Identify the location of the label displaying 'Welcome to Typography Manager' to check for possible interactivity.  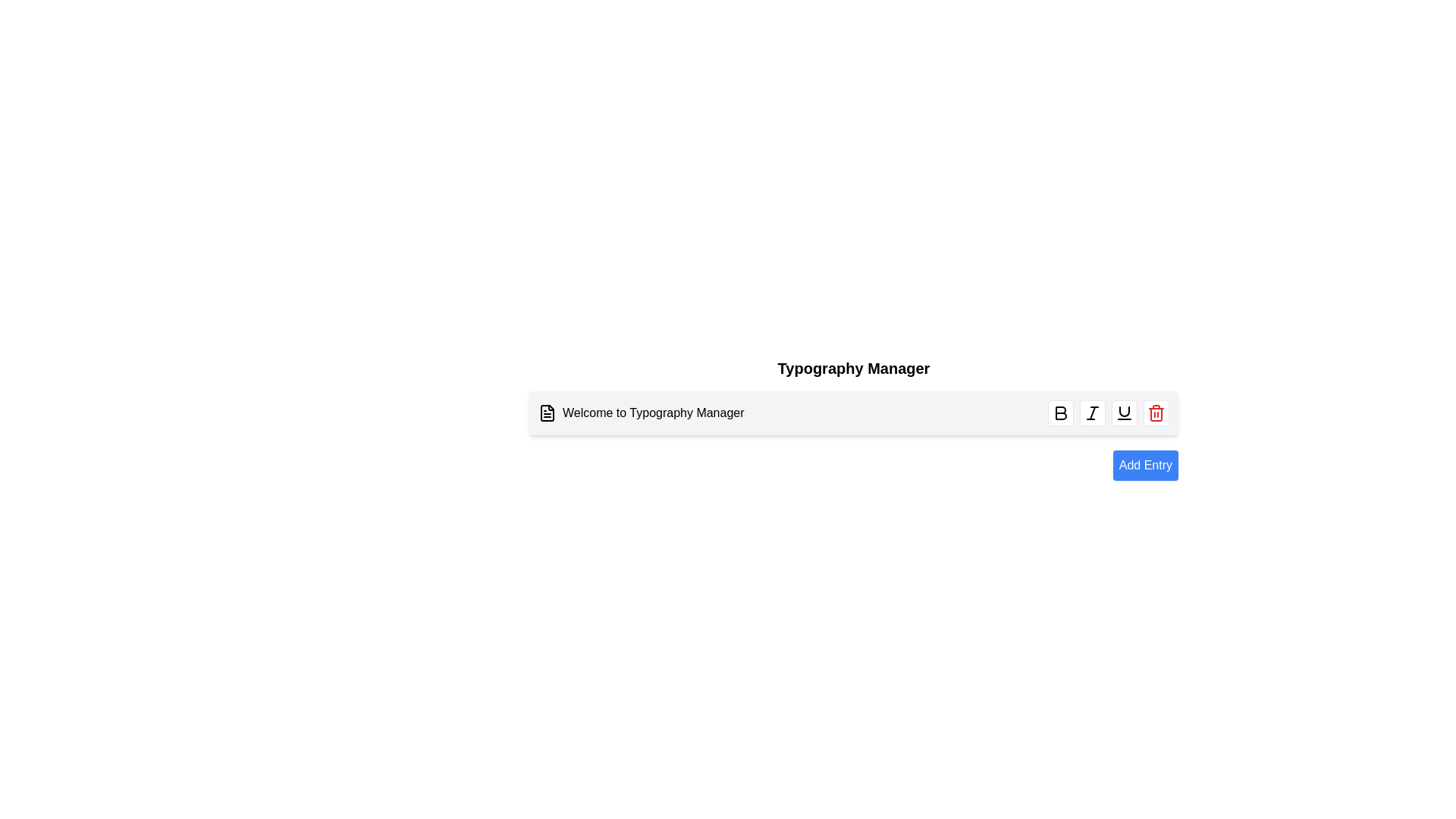
(641, 413).